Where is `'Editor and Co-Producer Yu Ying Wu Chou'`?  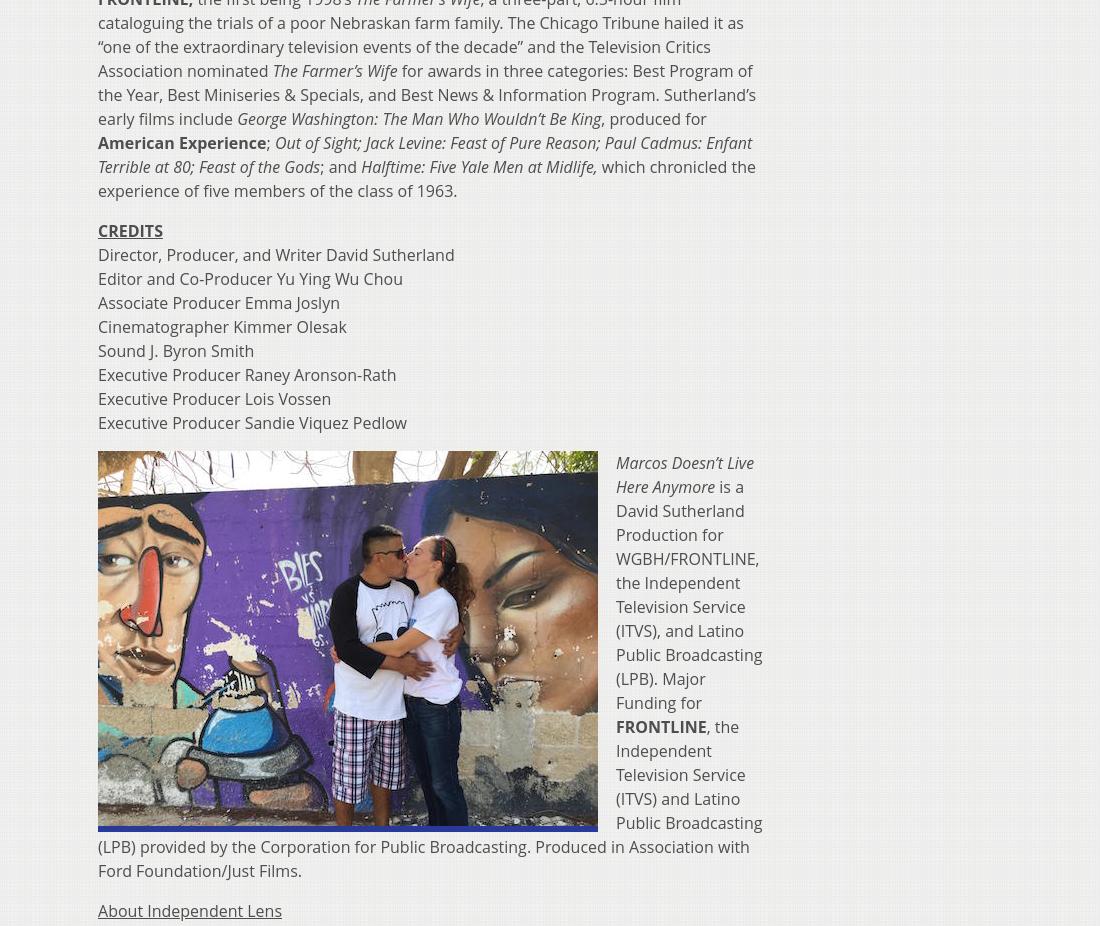
'Editor and Co-Producer Yu Ying Wu Chou' is located at coordinates (250, 277).